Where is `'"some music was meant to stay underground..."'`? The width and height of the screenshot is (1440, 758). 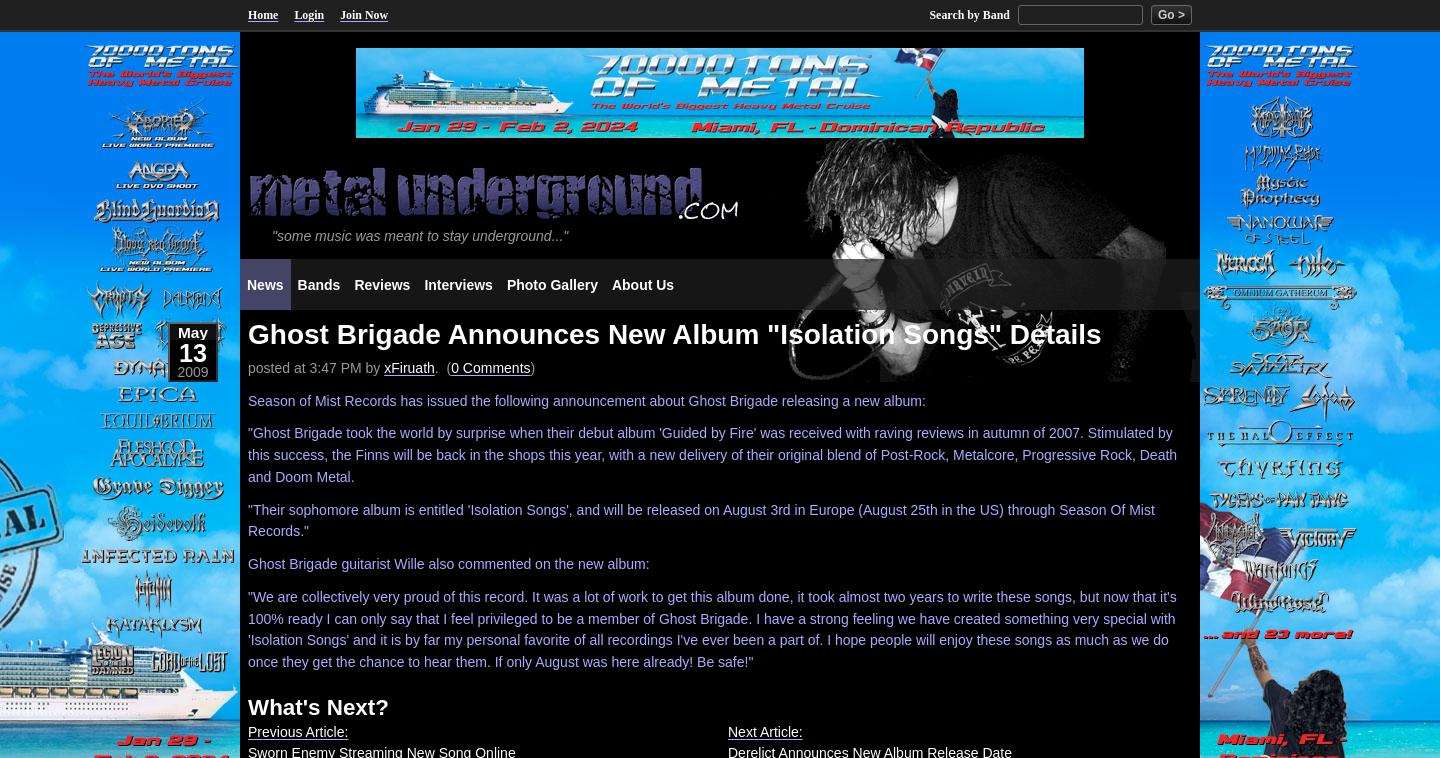
'"some music was meant to stay underground..."' is located at coordinates (419, 235).